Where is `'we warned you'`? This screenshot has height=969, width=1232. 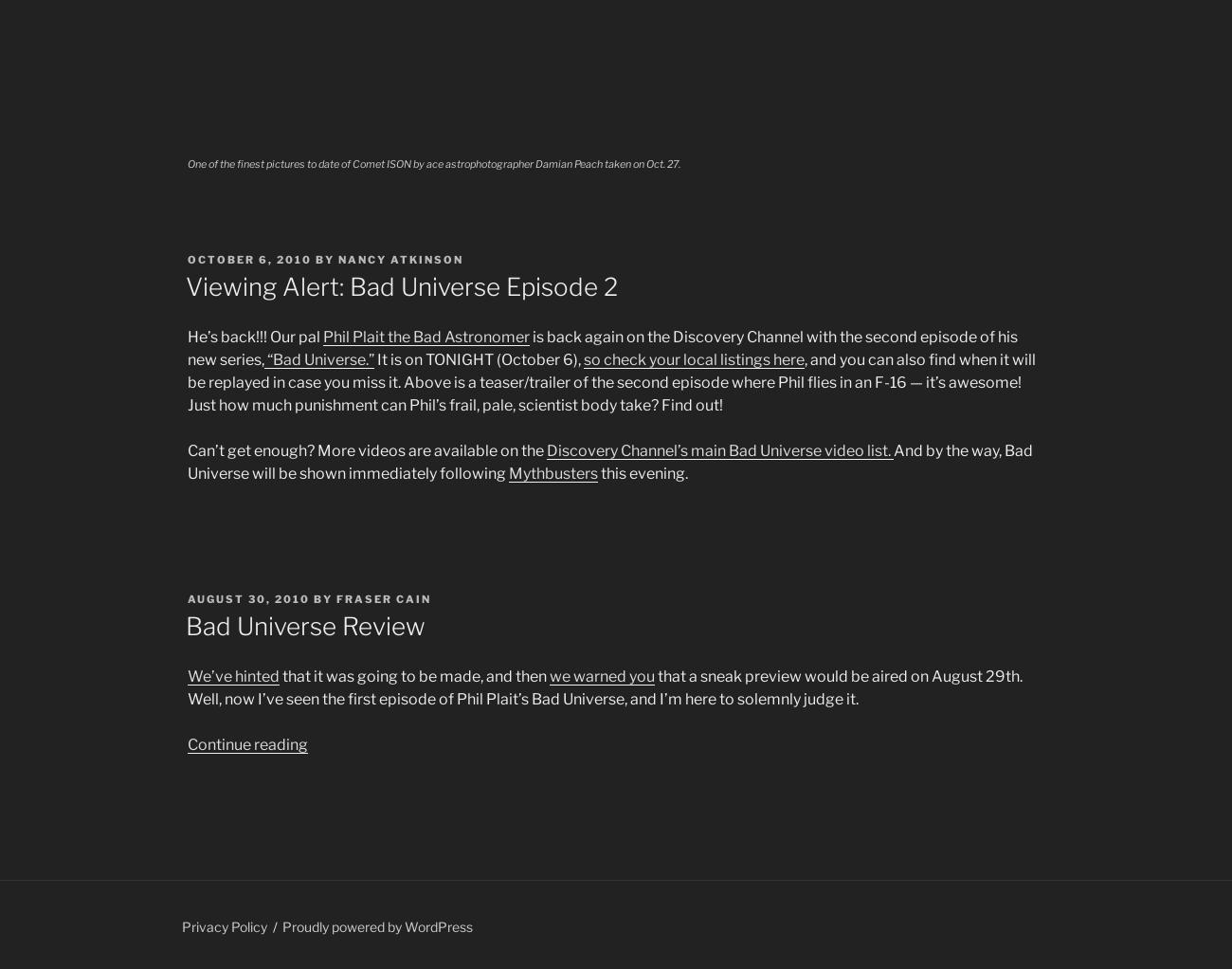 'we warned you' is located at coordinates (602, 676).